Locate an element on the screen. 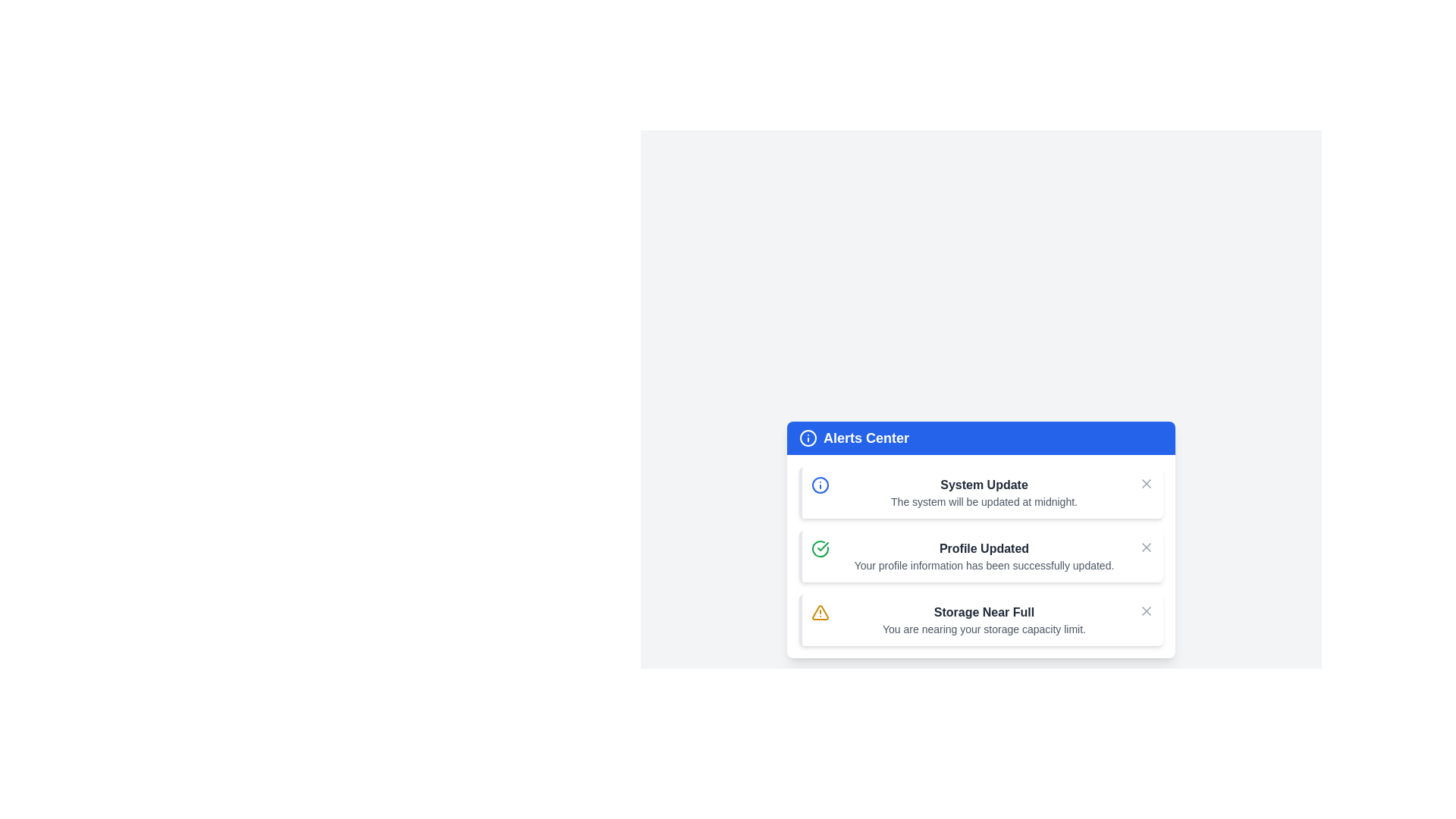 This screenshot has height=819, width=1456. the circular blue icon with an information symbol located to the left of the 'System Update' message in the notification card is located at coordinates (819, 485).